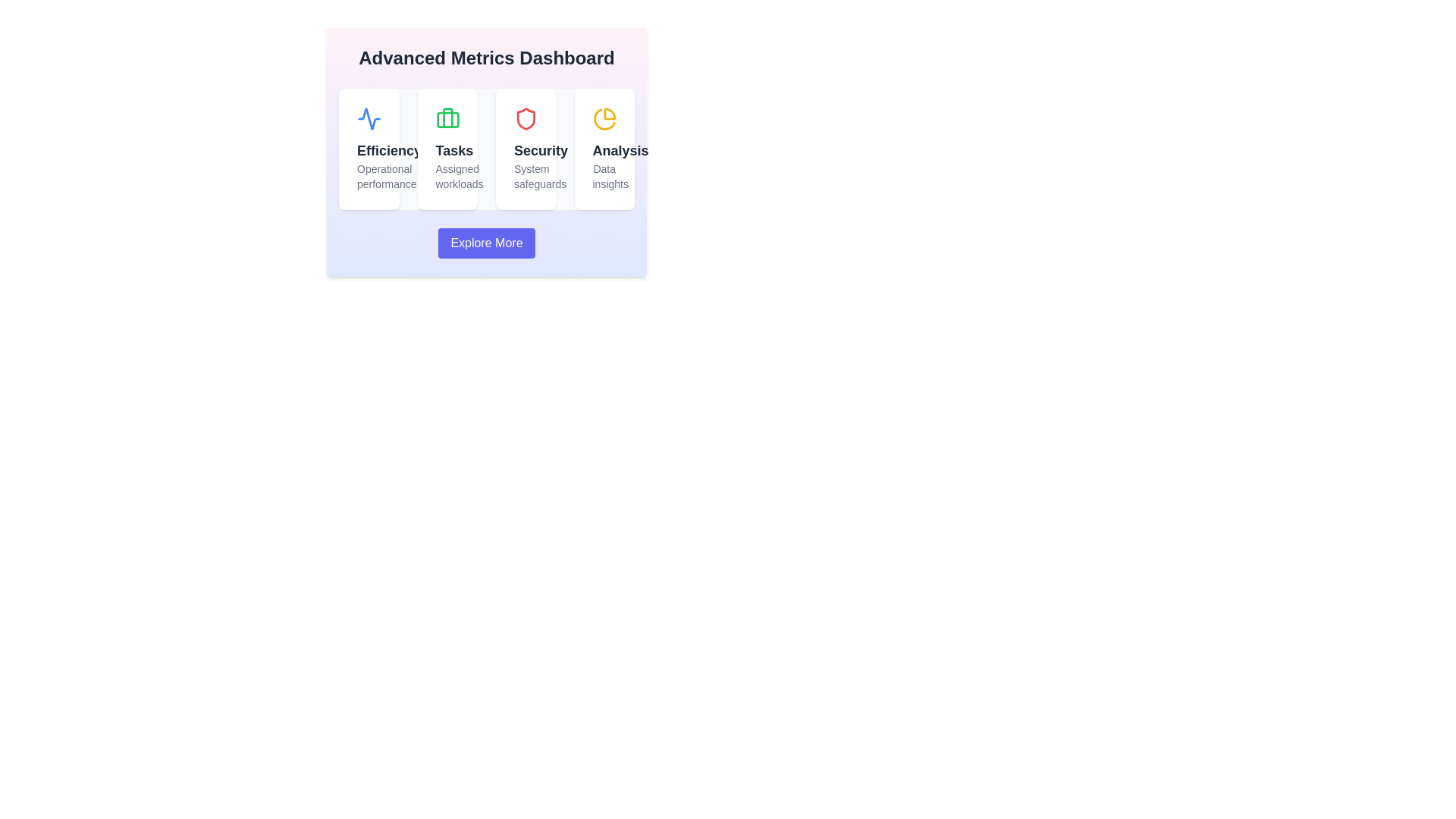 The image size is (1456, 819). Describe the element at coordinates (526, 118) in the screenshot. I see `the third icon in the dashboard that symbolizes 'Security' for accessibility purposes` at that location.